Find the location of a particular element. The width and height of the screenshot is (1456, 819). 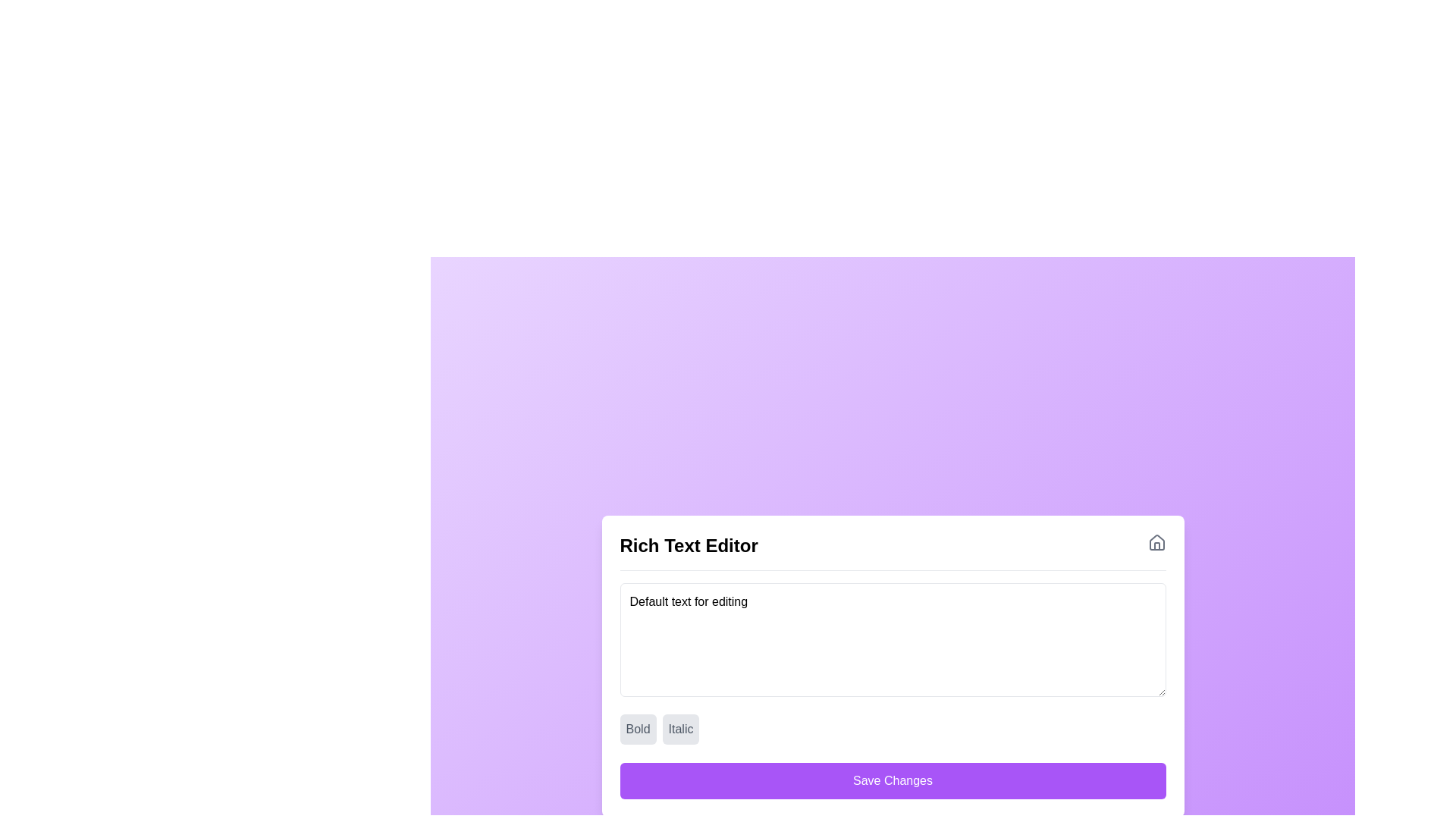

the 'Italic' button, which is a rectangular button with rounded edges, light gray background, and darker gray text, to apply italic formatting is located at coordinates (679, 728).